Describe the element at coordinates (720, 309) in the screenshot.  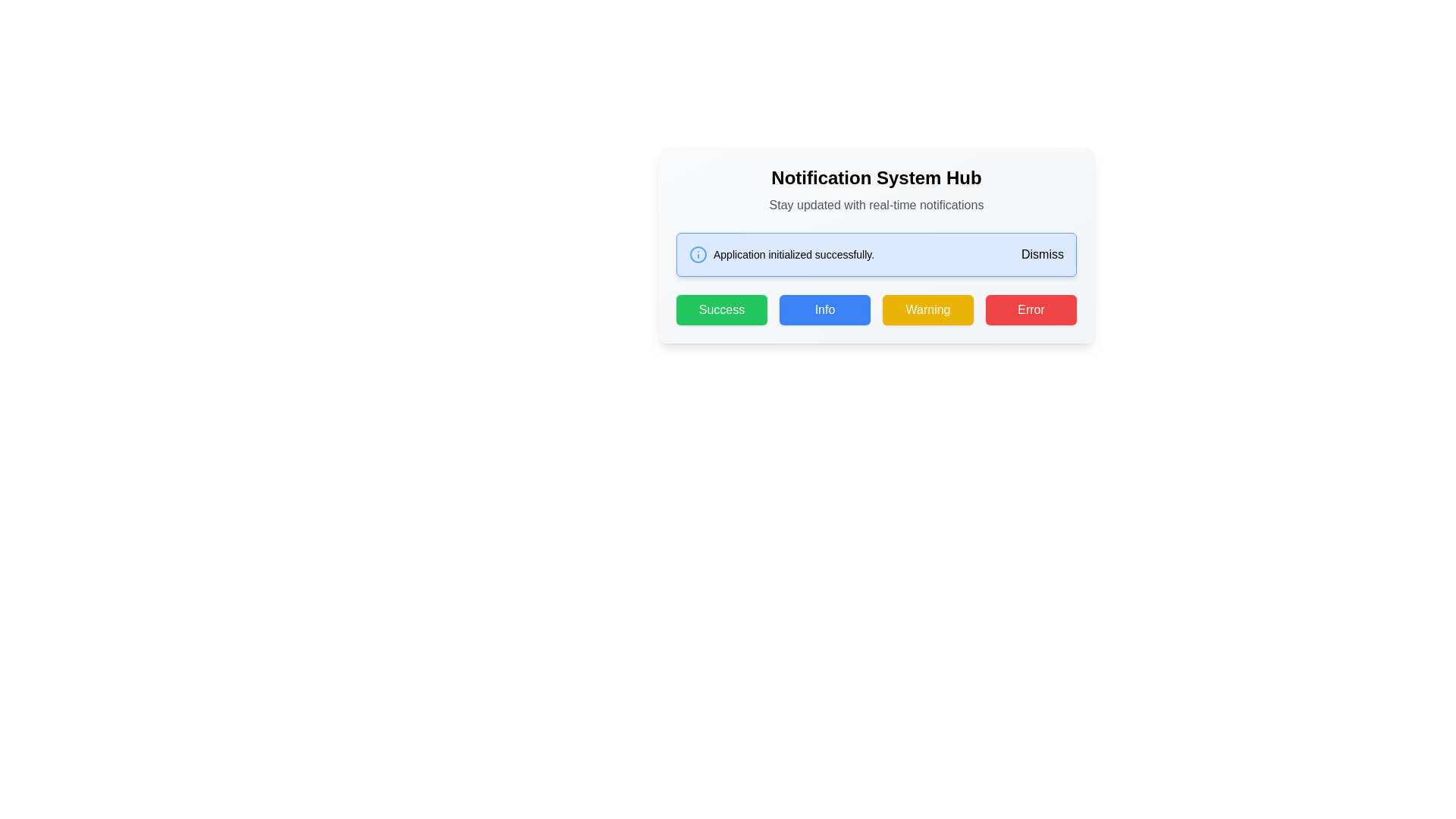
I see `the 'Success' button, which is a green rectangular button with white text and rounded edges, located below the notification message area in the 'Notification System Hub'` at that location.